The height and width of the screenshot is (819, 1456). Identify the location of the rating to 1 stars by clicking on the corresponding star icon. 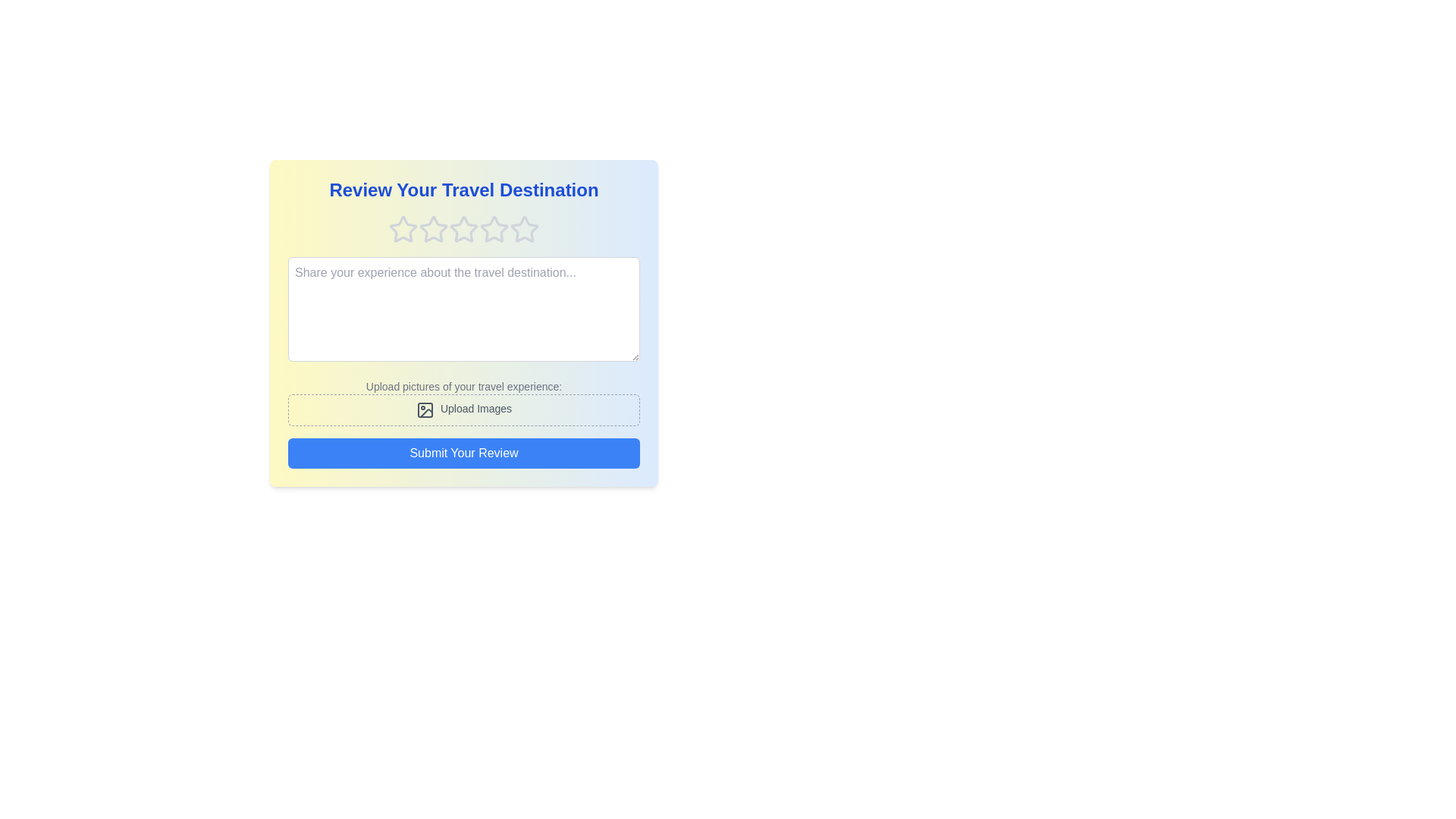
(403, 230).